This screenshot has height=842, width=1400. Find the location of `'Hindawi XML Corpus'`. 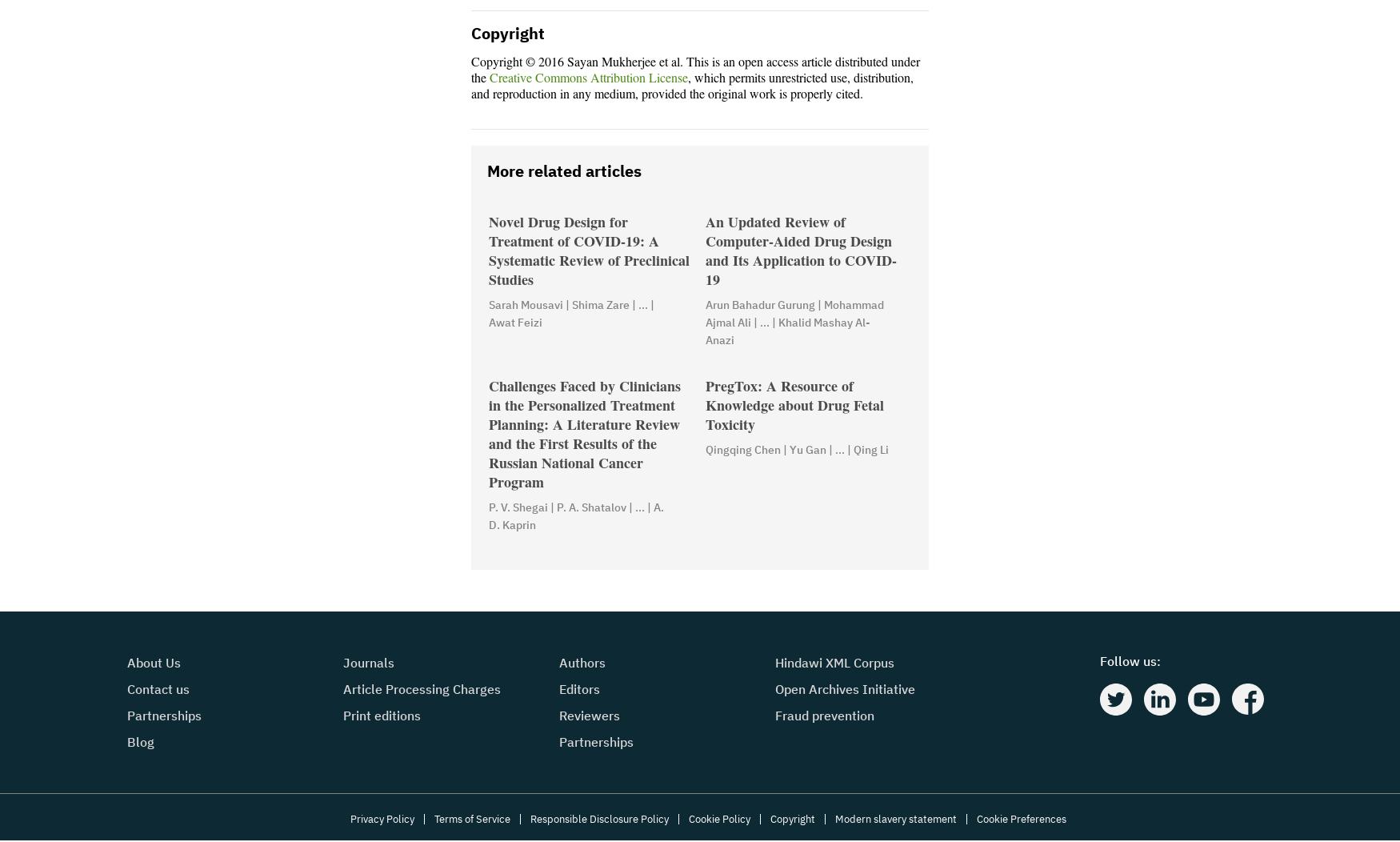

'Hindawi XML Corpus' is located at coordinates (834, 663).